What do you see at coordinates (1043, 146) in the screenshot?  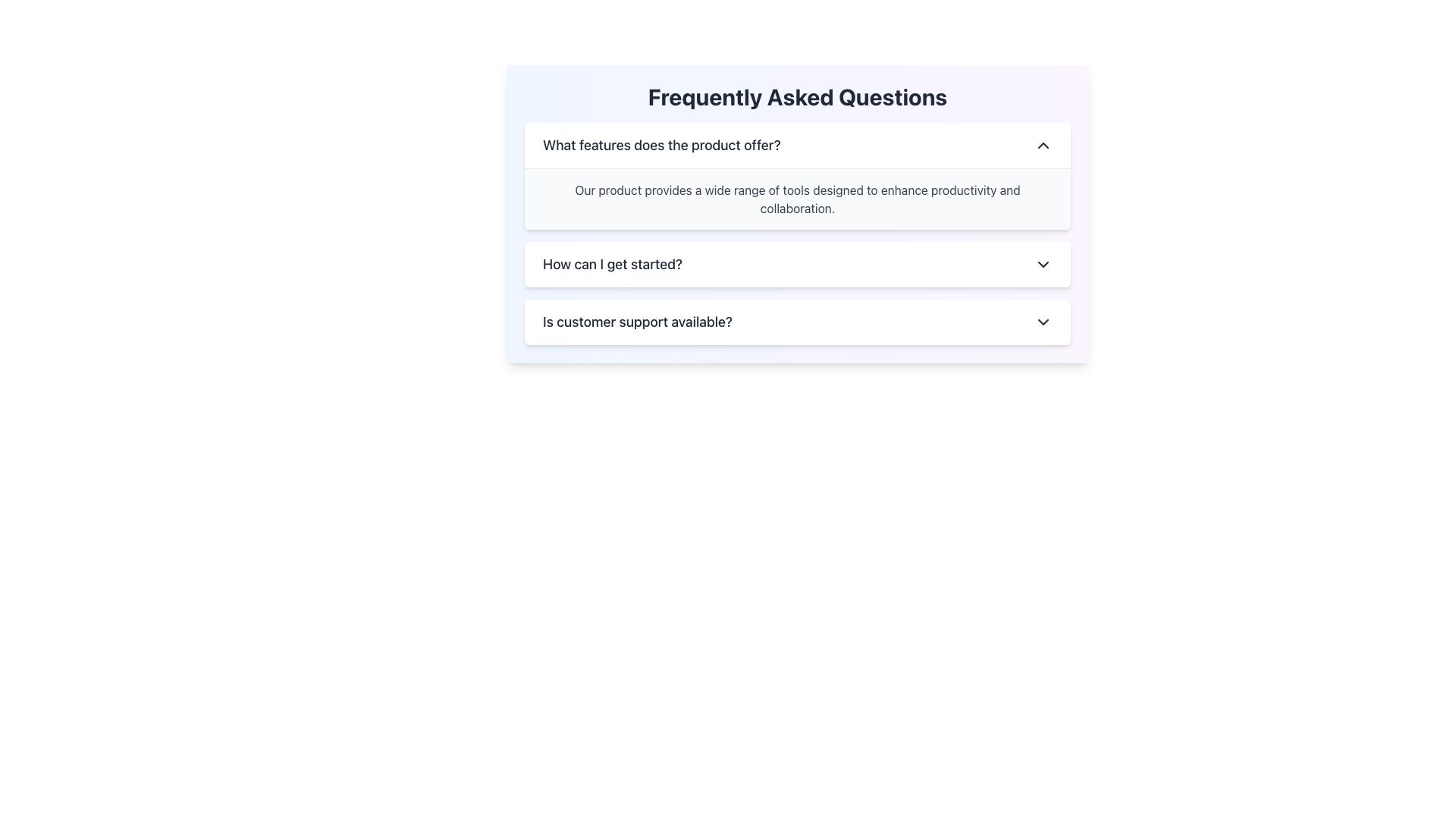 I see `the upward-pointing chevron icon located to the right of the question 'What features does the product offer?'` at bounding box center [1043, 146].